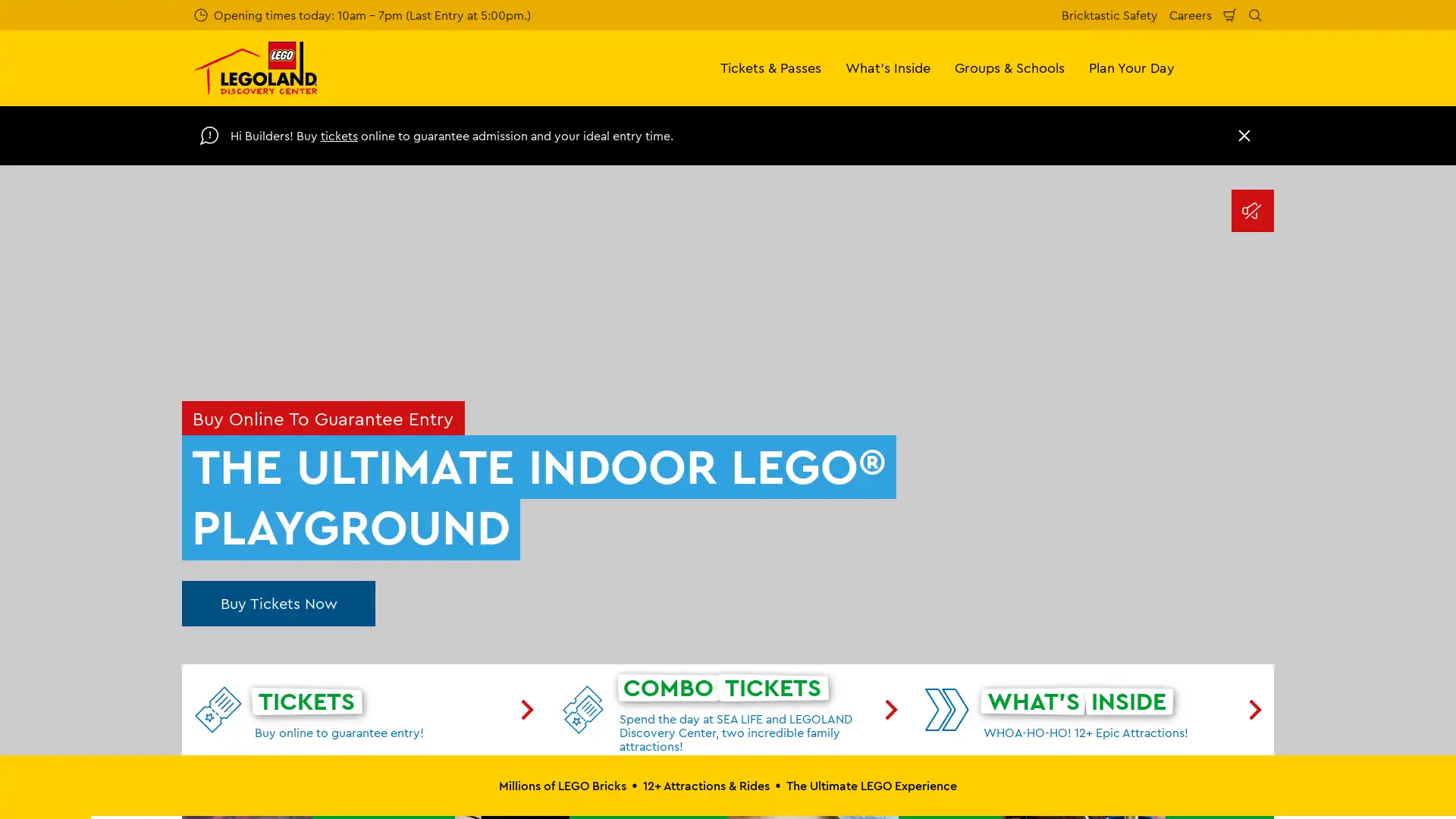 The image size is (1456, 819). Describe the element at coordinates (888, 67) in the screenshot. I see `What's Inside` at that location.